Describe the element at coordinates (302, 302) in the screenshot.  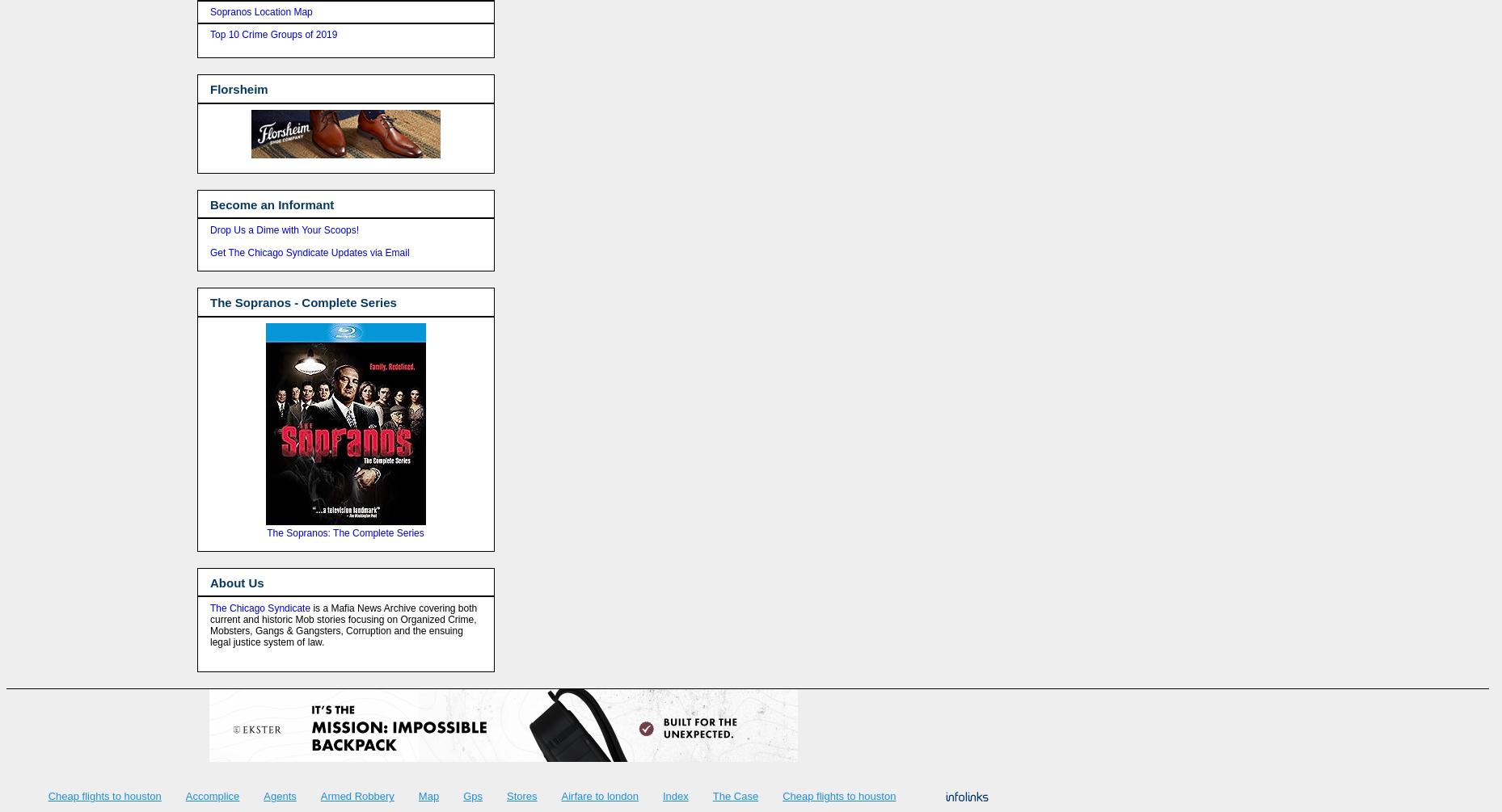
I see `'The Sopranos - Complete Series'` at that location.